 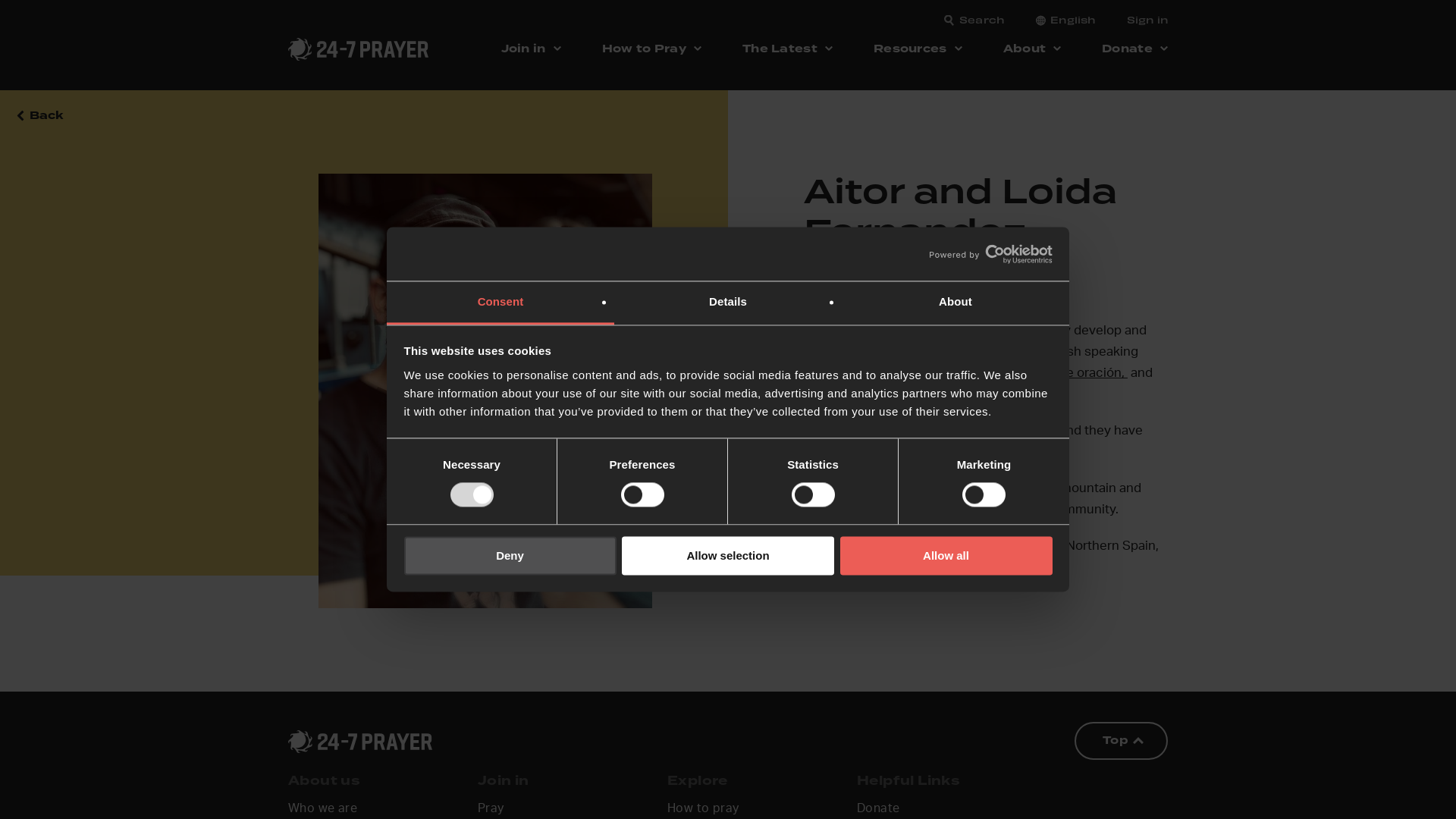 I want to click on 'Sign in', so click(x=1147, y=20).